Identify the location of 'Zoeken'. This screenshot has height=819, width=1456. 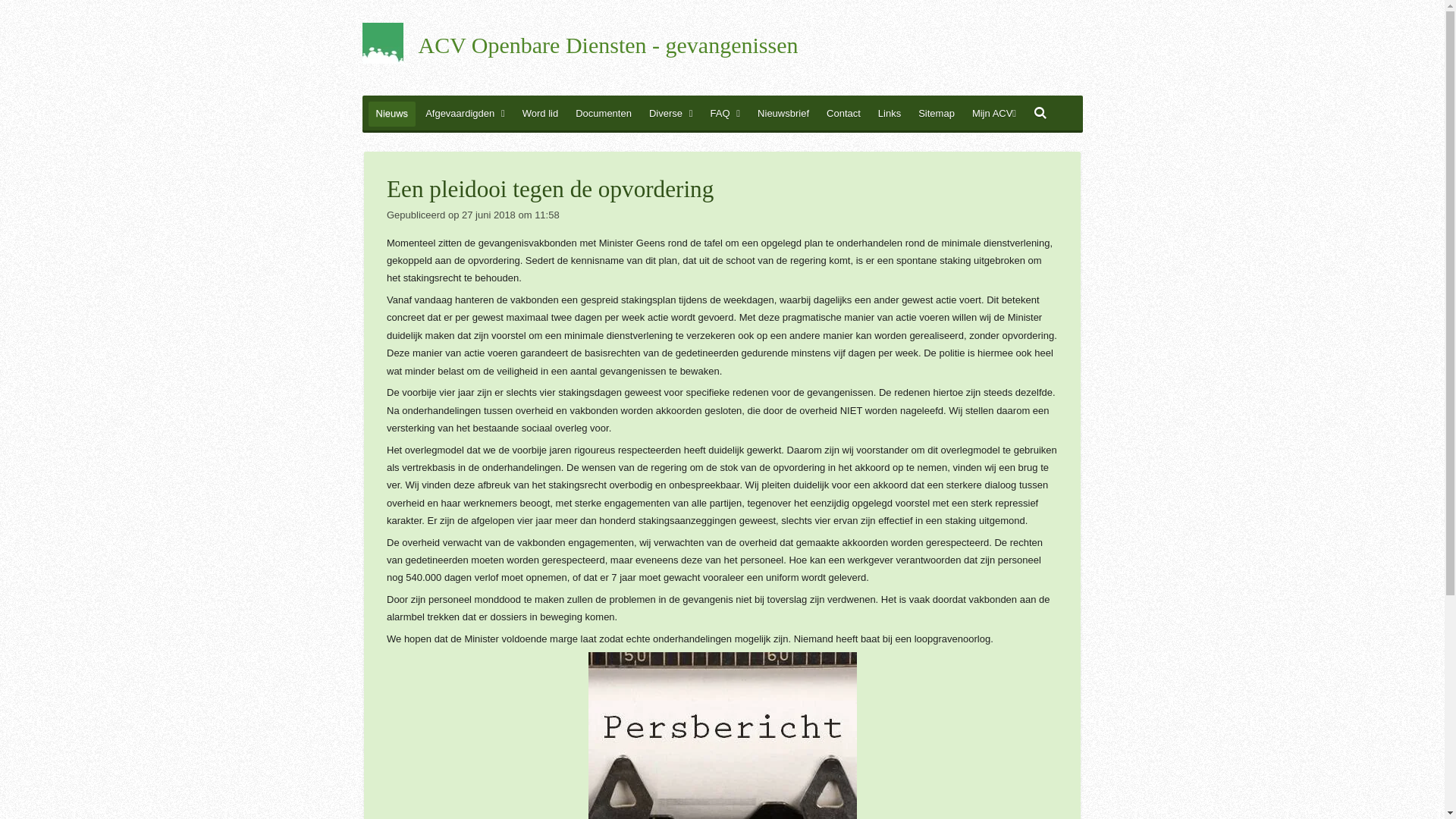
(1040, 113).